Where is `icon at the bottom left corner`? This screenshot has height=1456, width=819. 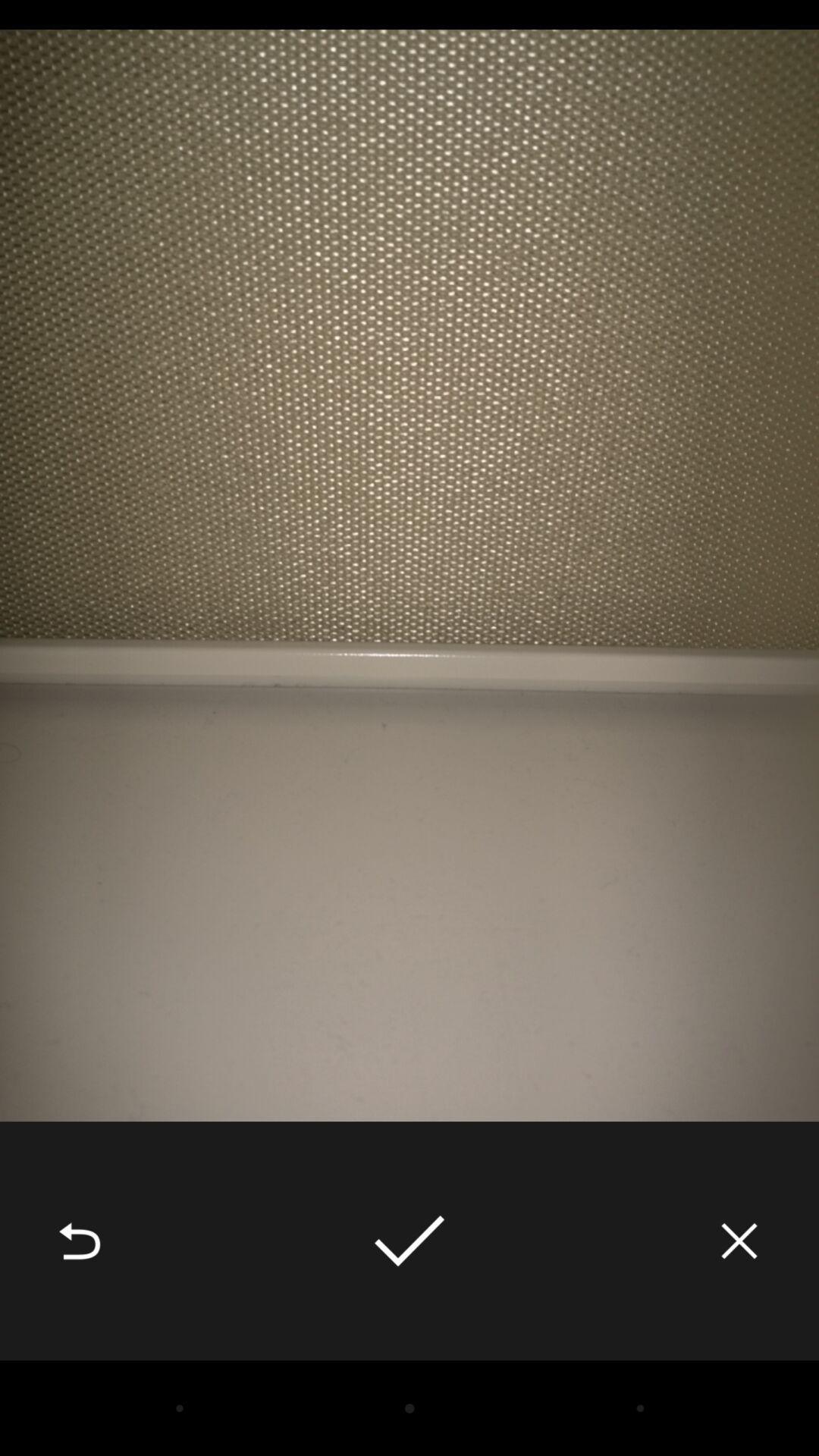
icon at the bottom left corner is located at coordinates (79, 1241).